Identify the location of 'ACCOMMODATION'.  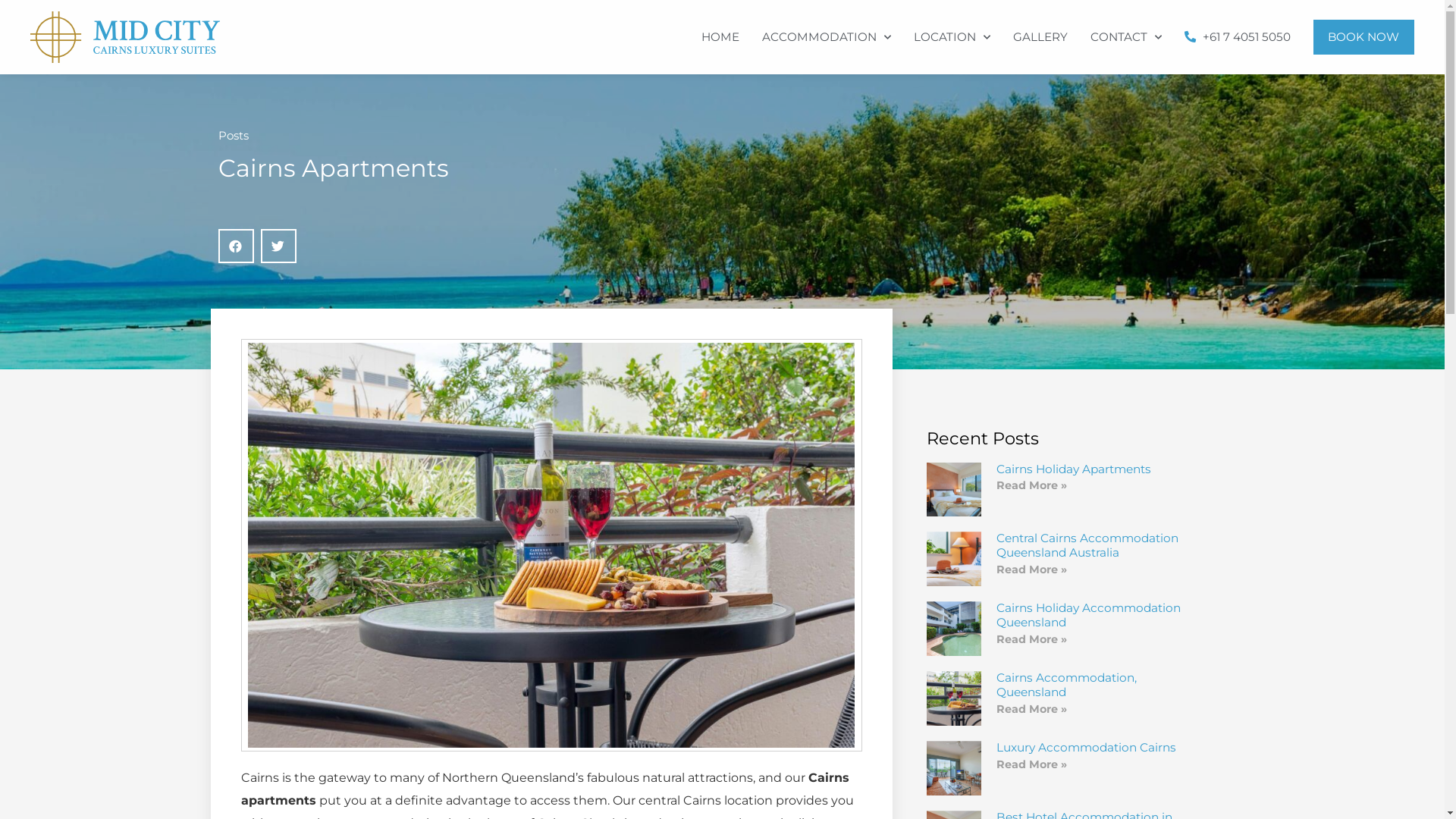
(825, 36).